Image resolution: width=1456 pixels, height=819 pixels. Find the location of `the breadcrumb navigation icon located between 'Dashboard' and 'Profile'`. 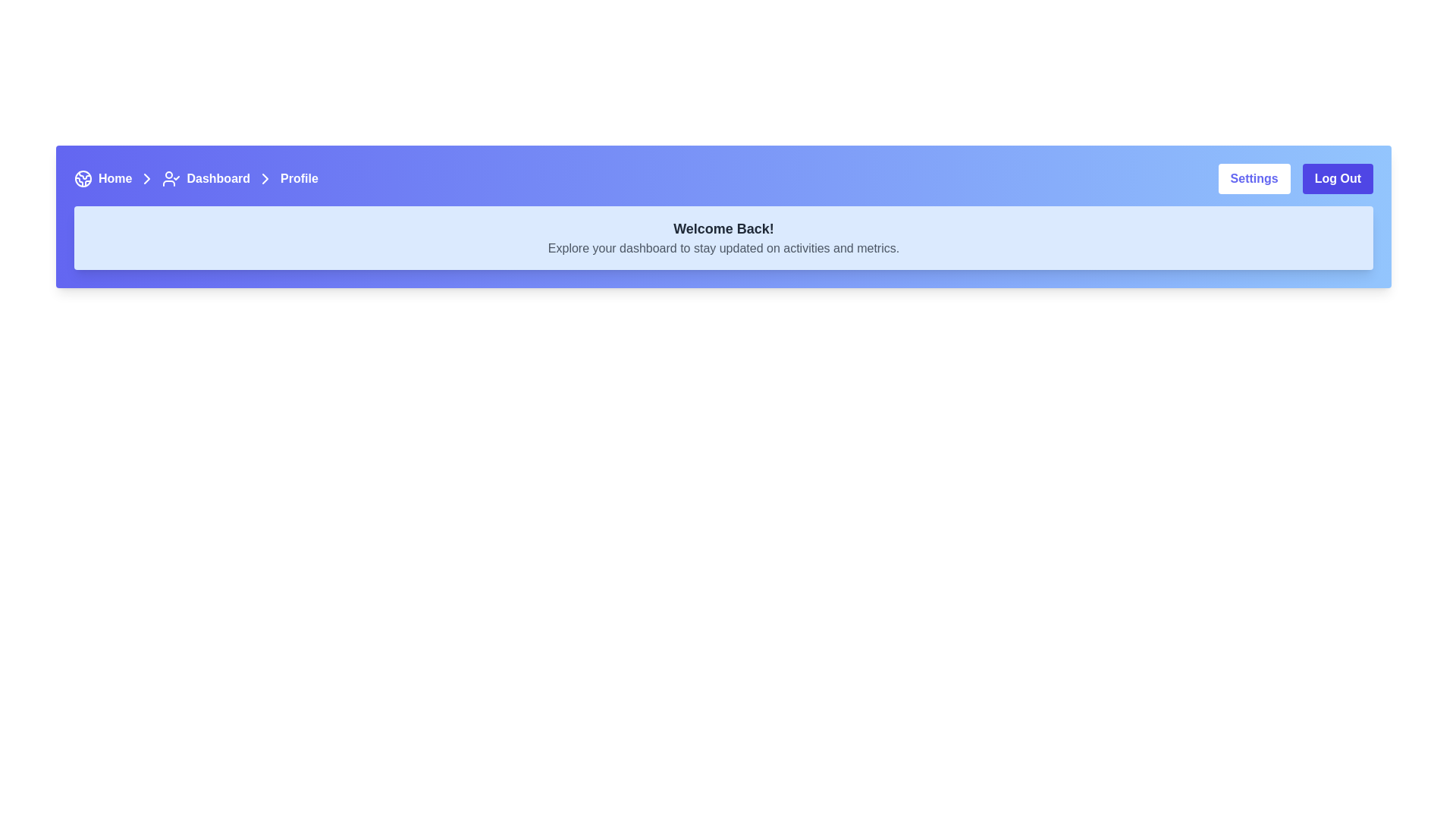

the breadcrumb navigation icon located between 'Dashboard' and 'Profile' is located at coordinates (265, 177).